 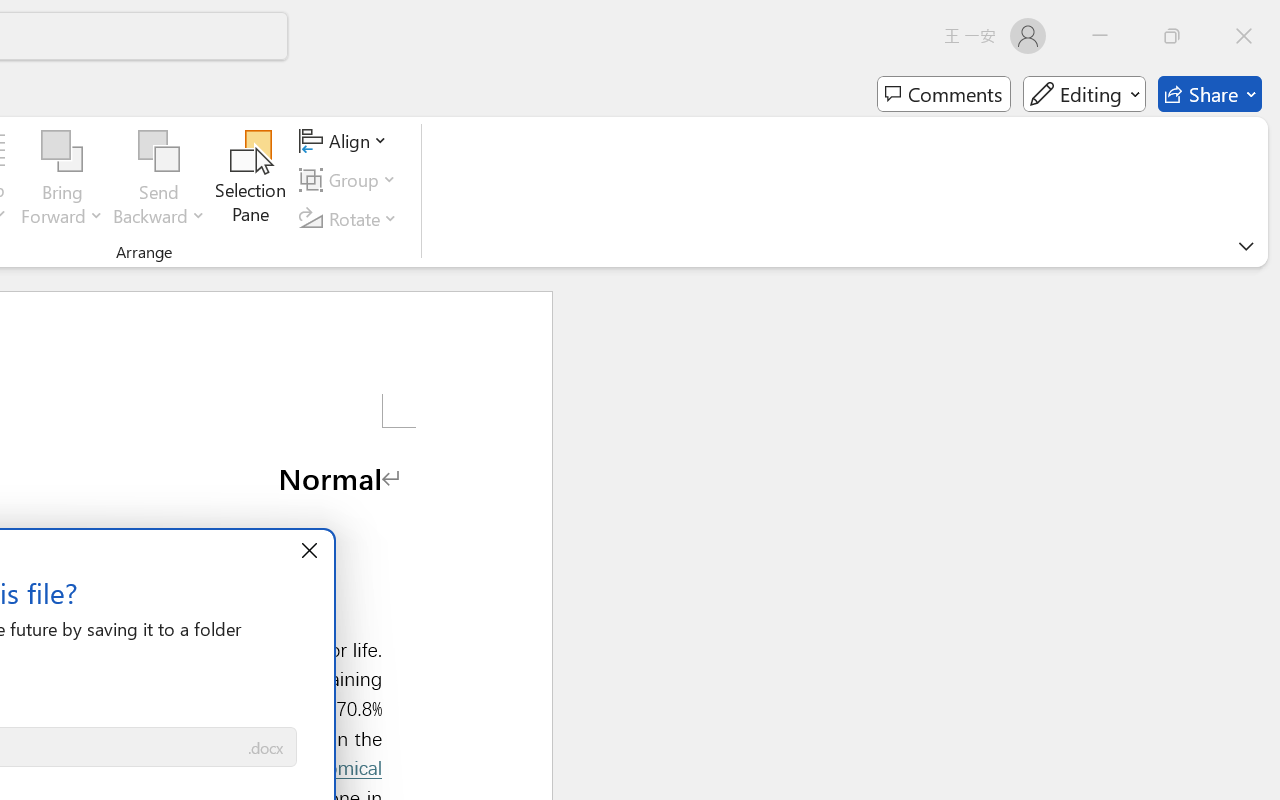 What do you see at coordinates (351, 179) in the screenshot?
I see `'Group'` at bounding box center [351, 179].